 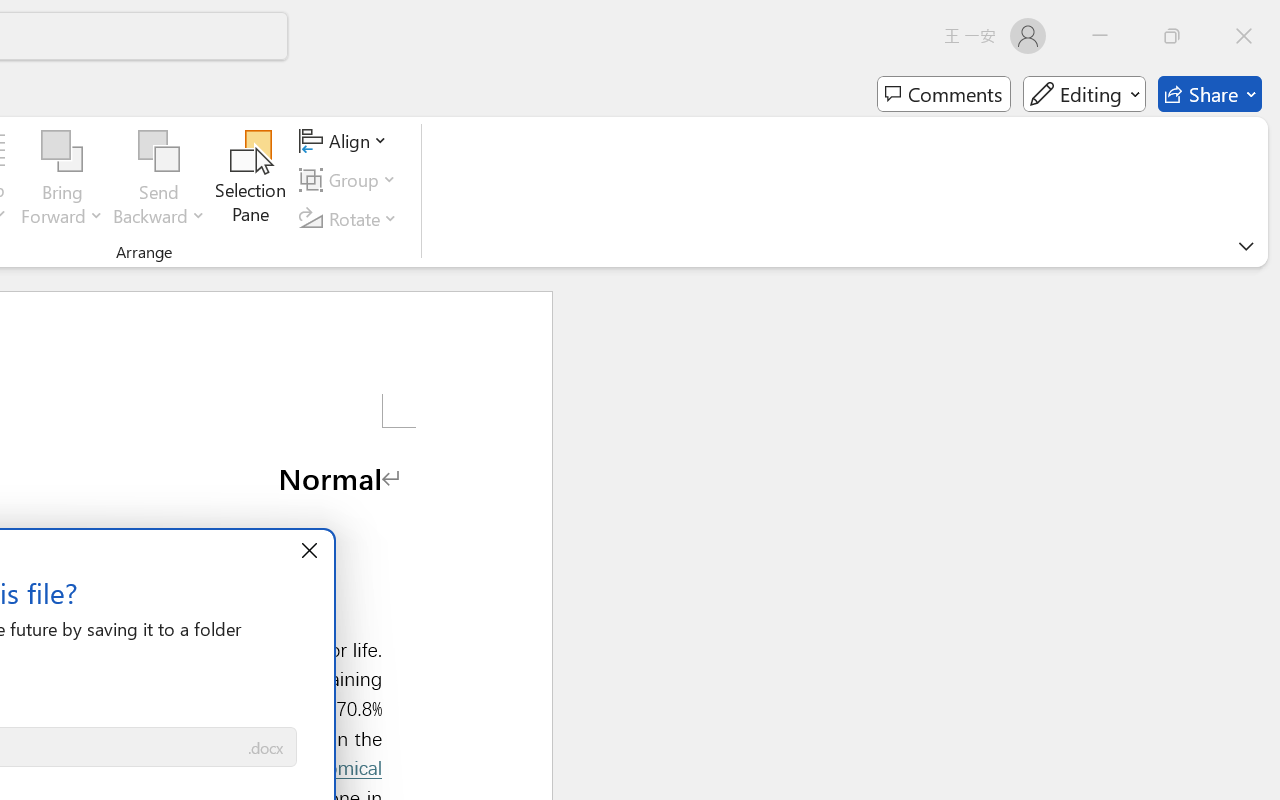 What do you see at coordinates (351, 179) in the screenshot?
I see `'Group'` at bounding box center [351, 179].